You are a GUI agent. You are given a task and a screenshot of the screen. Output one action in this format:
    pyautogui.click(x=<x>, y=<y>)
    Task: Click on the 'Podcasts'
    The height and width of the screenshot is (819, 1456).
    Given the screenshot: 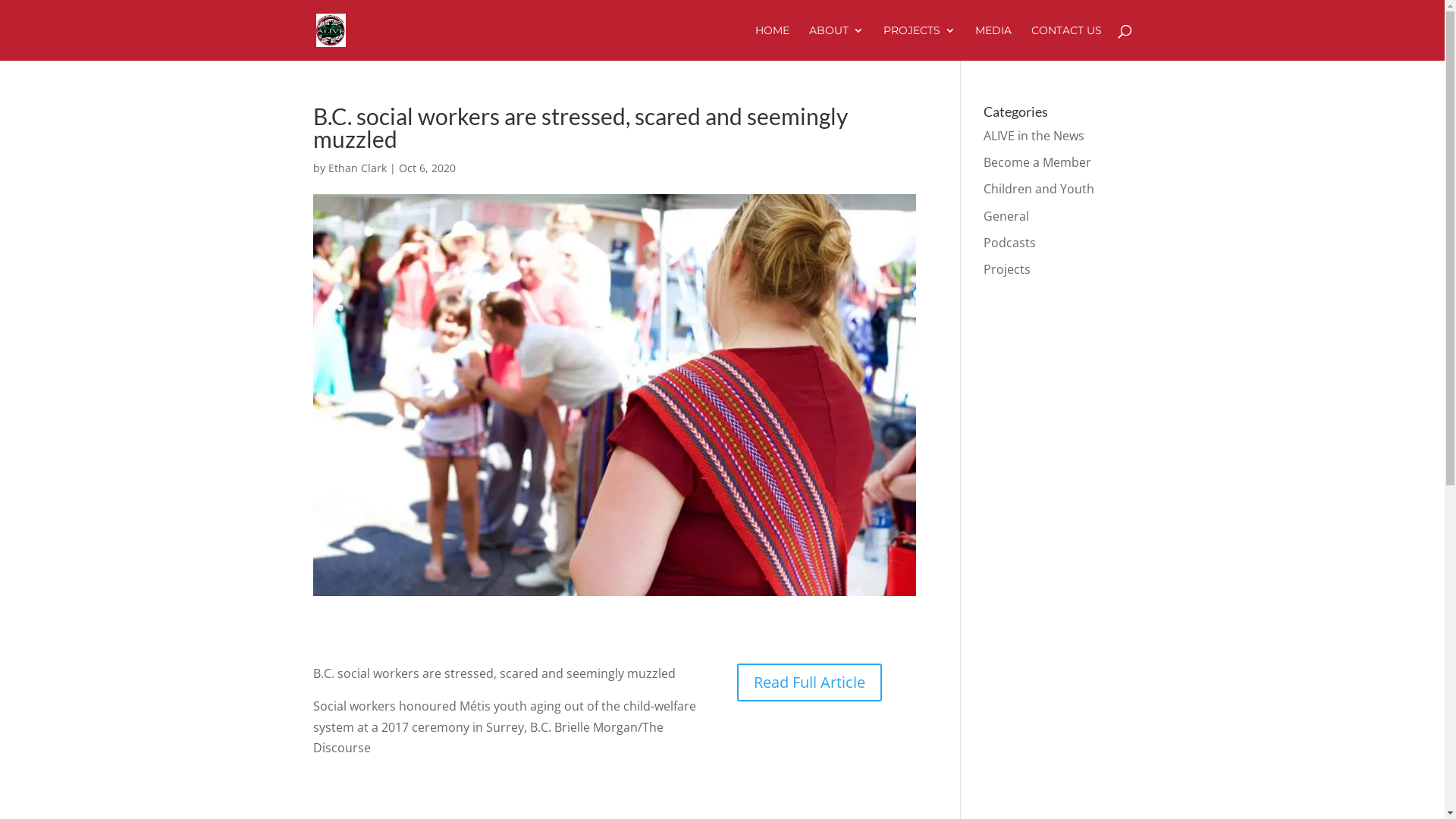 What is the action you would take?
    pyautogui.click(x=983, y=242)
    